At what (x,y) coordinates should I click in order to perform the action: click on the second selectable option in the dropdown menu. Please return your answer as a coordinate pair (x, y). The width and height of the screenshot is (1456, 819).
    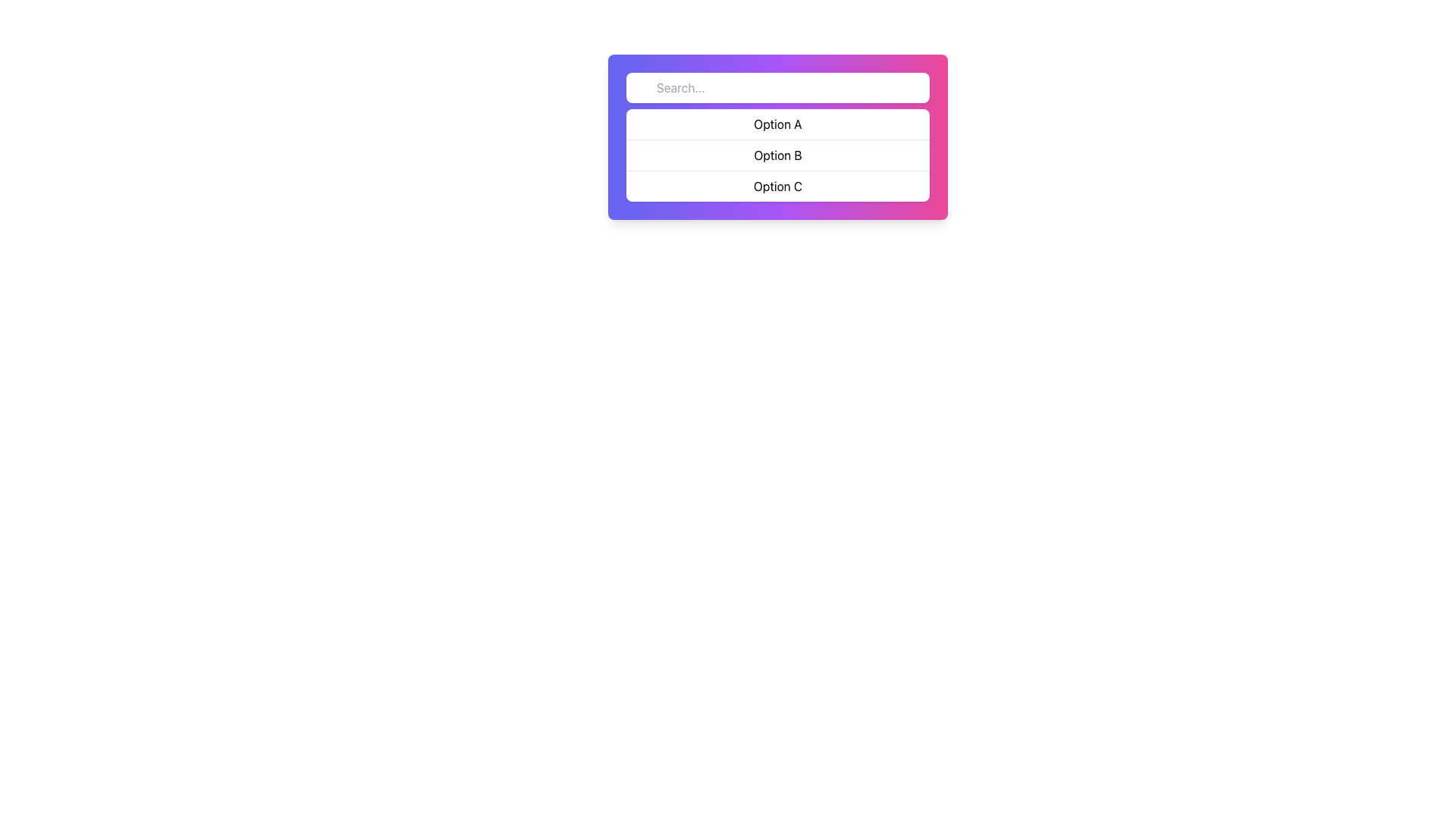
    Looking at the image, I should click on (778, 155).